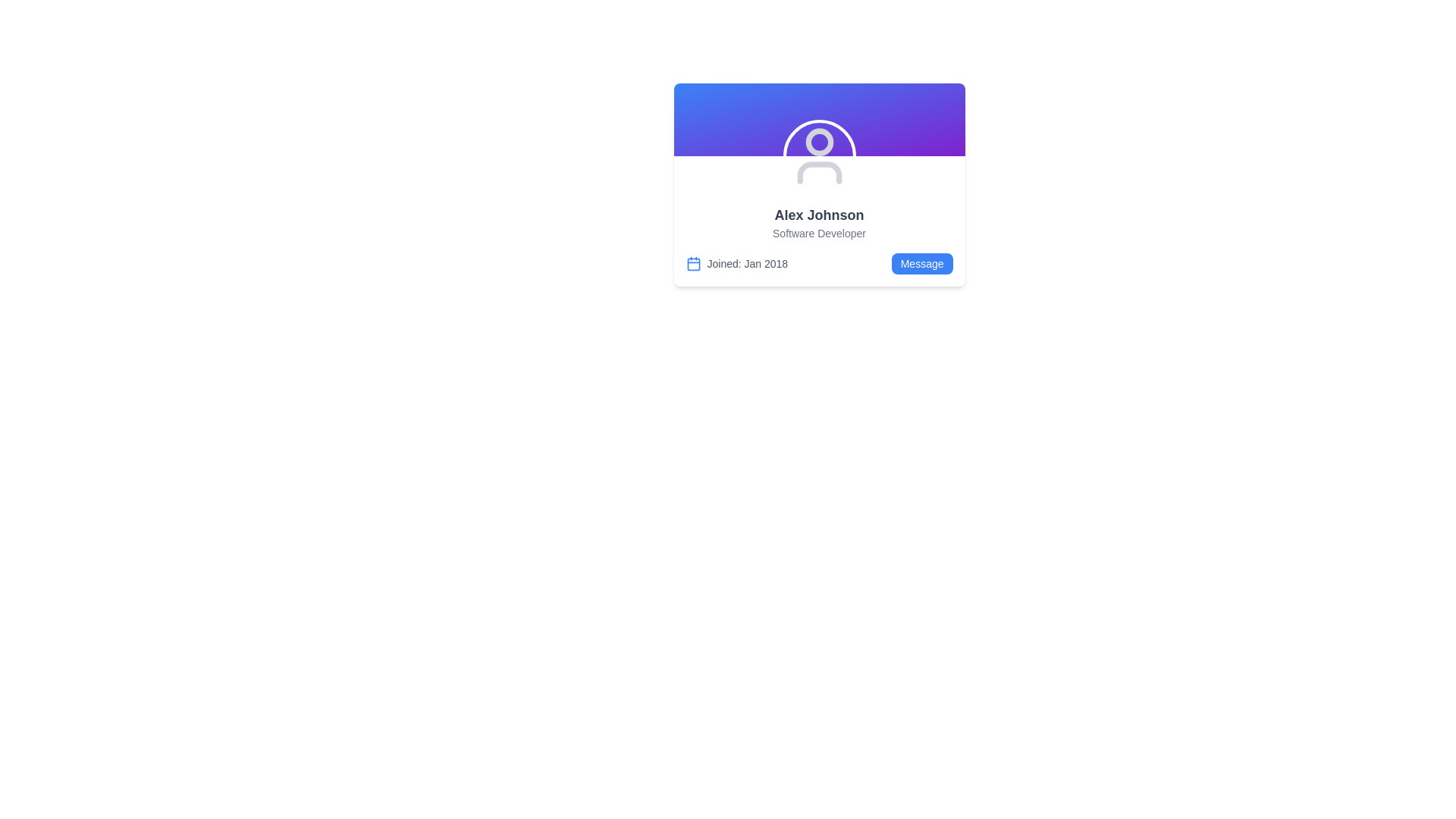  I want to click on the circular user avatar profile picture located at the top of the card, which serves as the focal point of the user's identity, so click(818, 142).